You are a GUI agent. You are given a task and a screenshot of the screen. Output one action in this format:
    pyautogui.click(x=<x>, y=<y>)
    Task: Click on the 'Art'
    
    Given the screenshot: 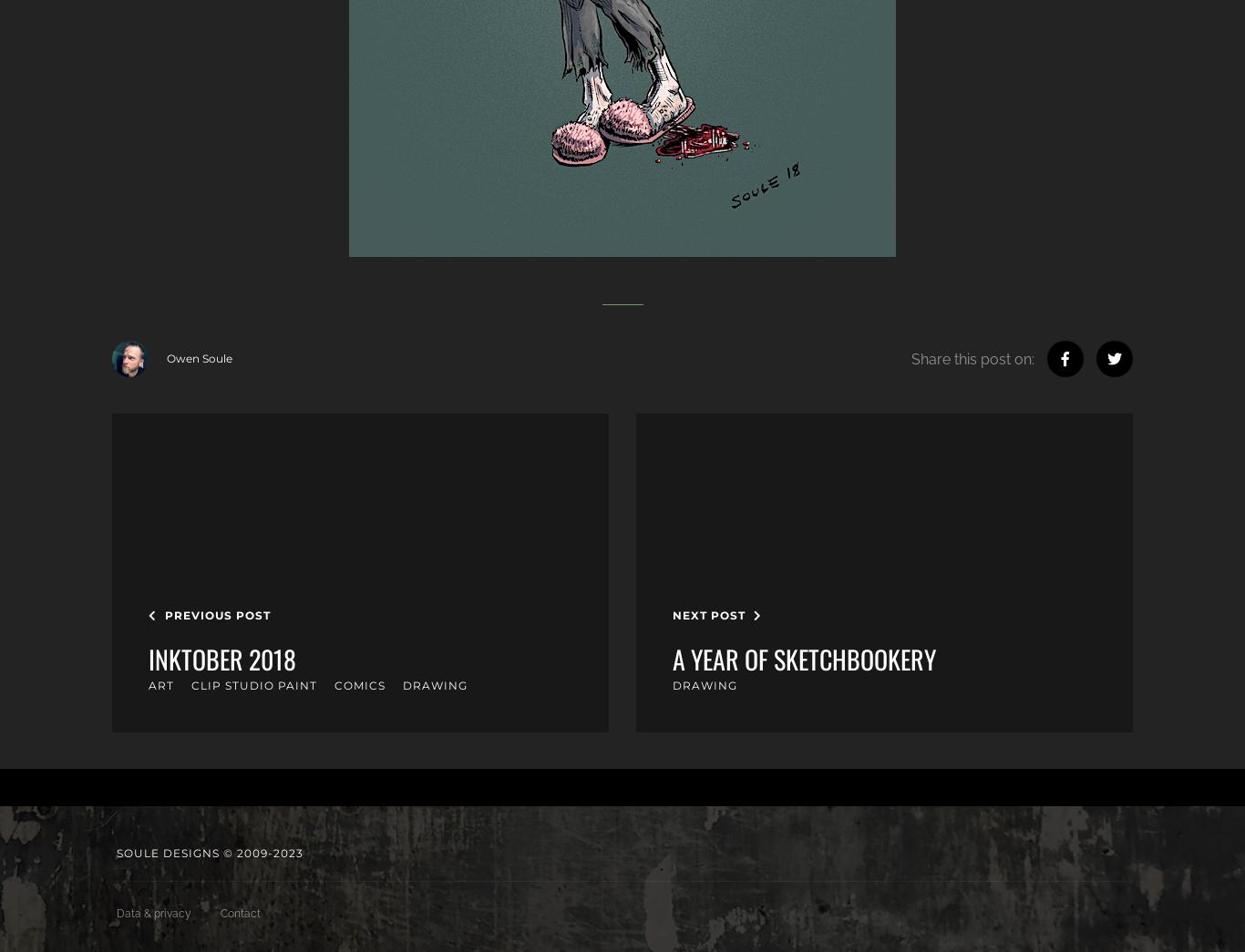 What is the action you would take?
    pyautogui.click(x=160, y=684)
    